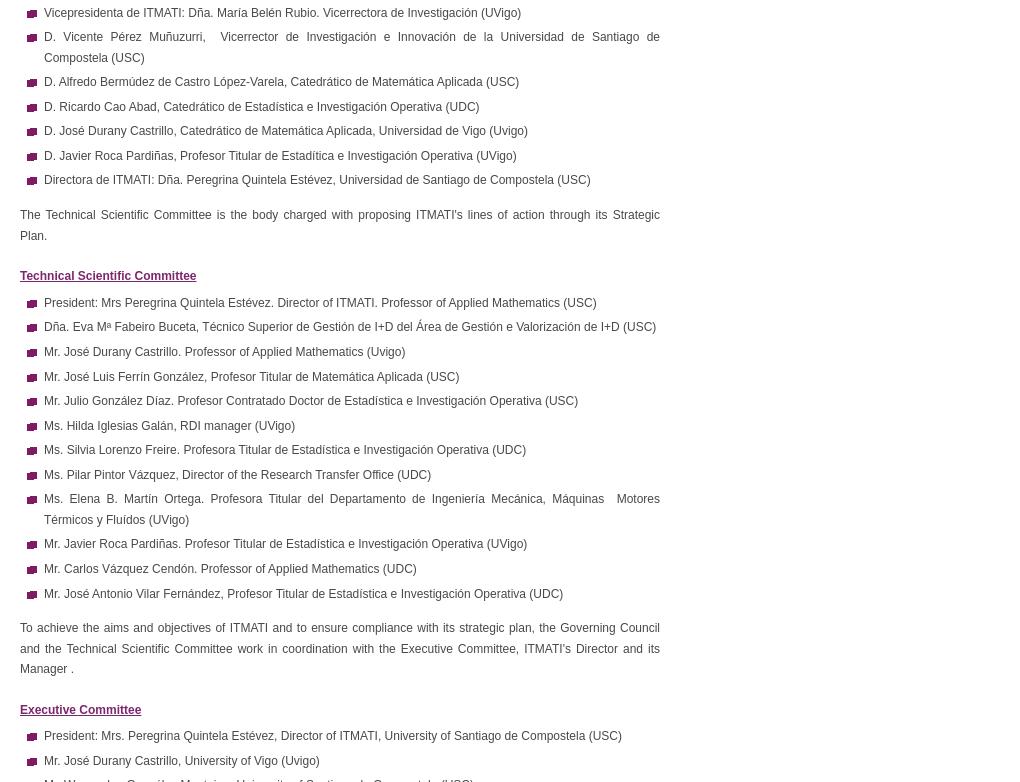 This screenshot has height=782, width=1020. I want to click on 'Executive Committee', so click(80, 707).